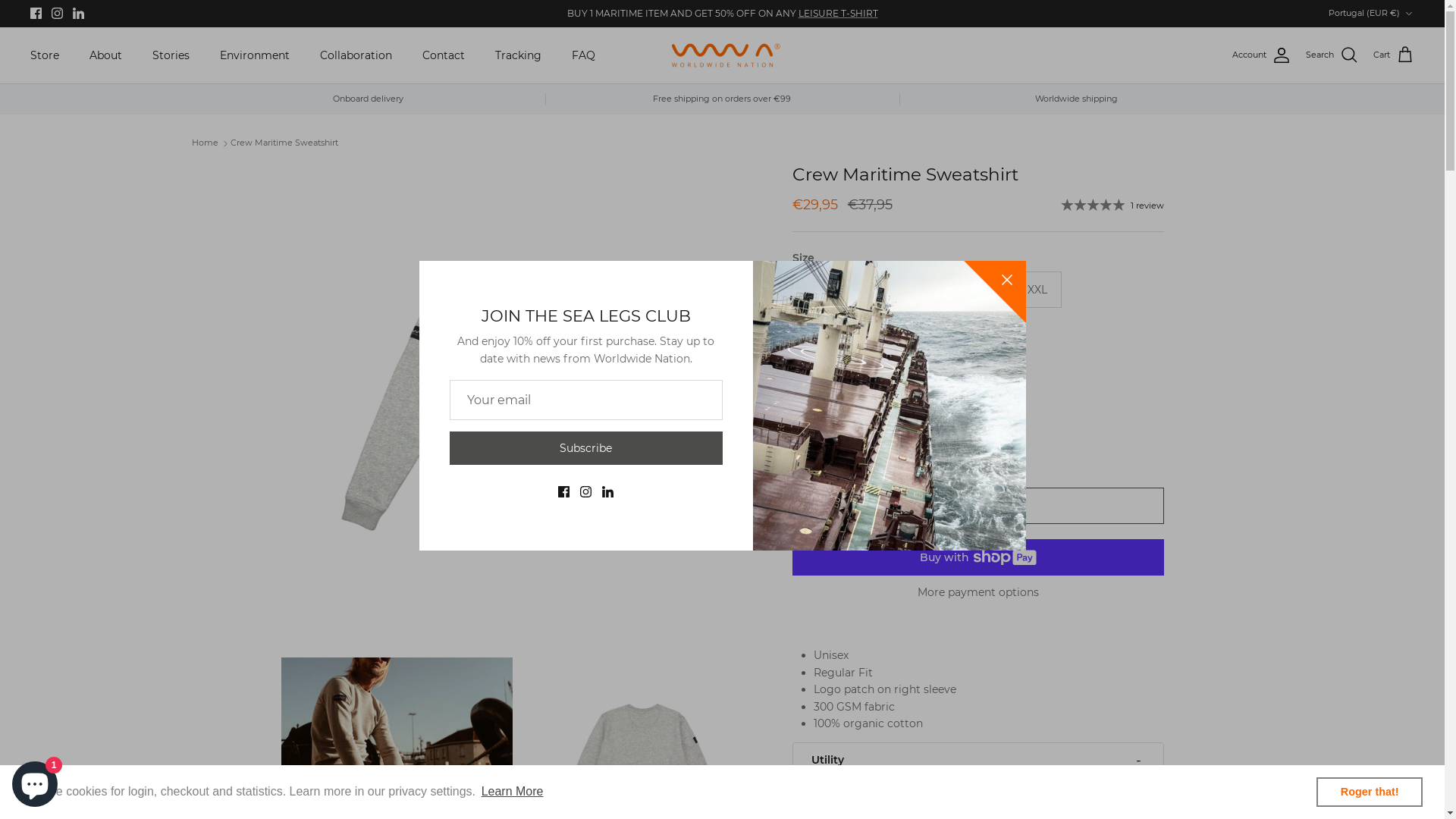 The width and height of the screenshot is (1456, 819). What do you see at coordinates (1394, 55) in the screenshot?
I see `'Cart'` at bounding box center [1394, 55].